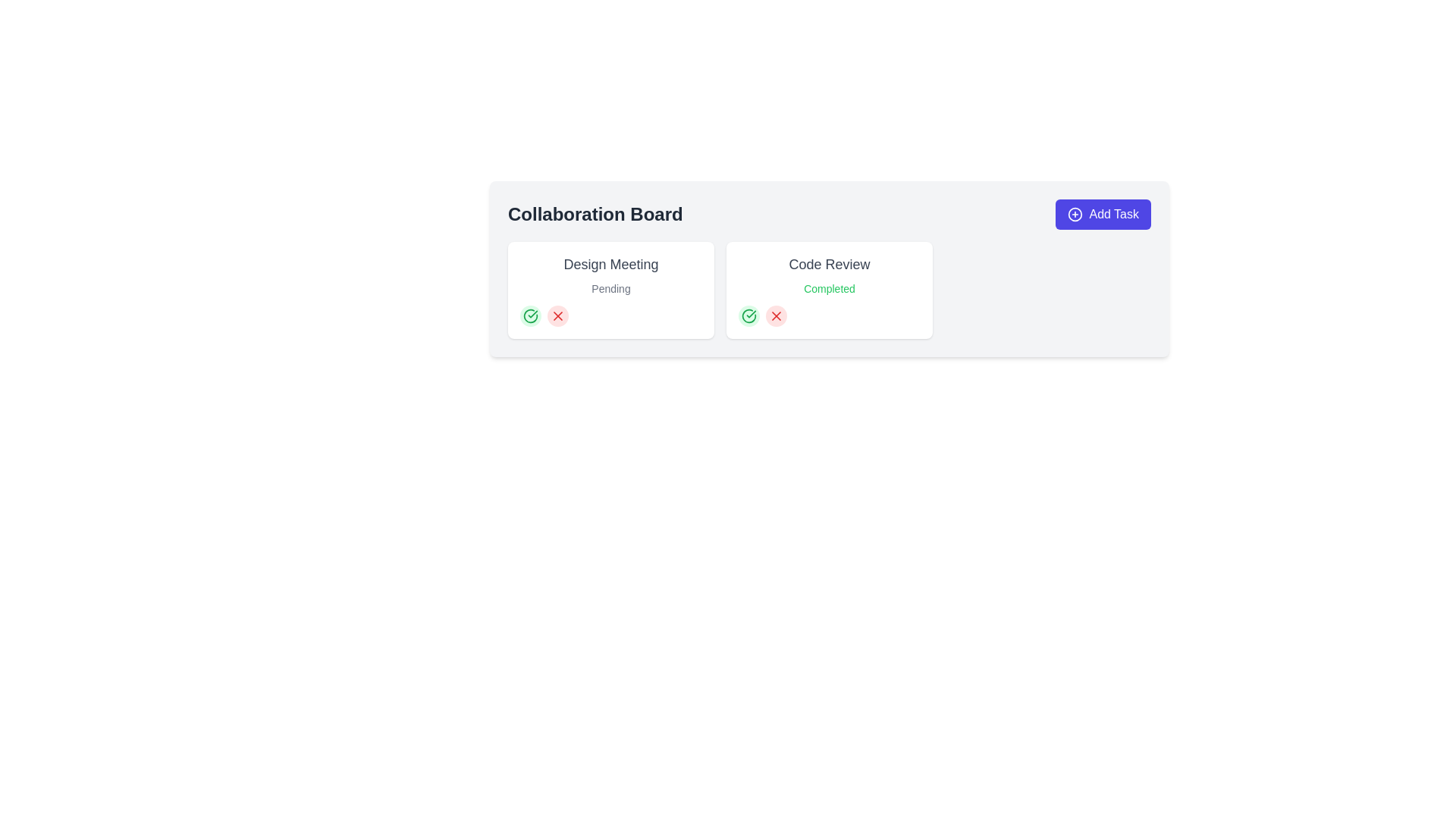 Image resolution: width=1456 pixels, height=819 pixels. Describe the element at coordinates (611, 289) in the screenshot. I see `status displayed on the text label that reads 'Pending', which is styled in light gray and positioned below the 'Design Meeting' text within the card` at that location.